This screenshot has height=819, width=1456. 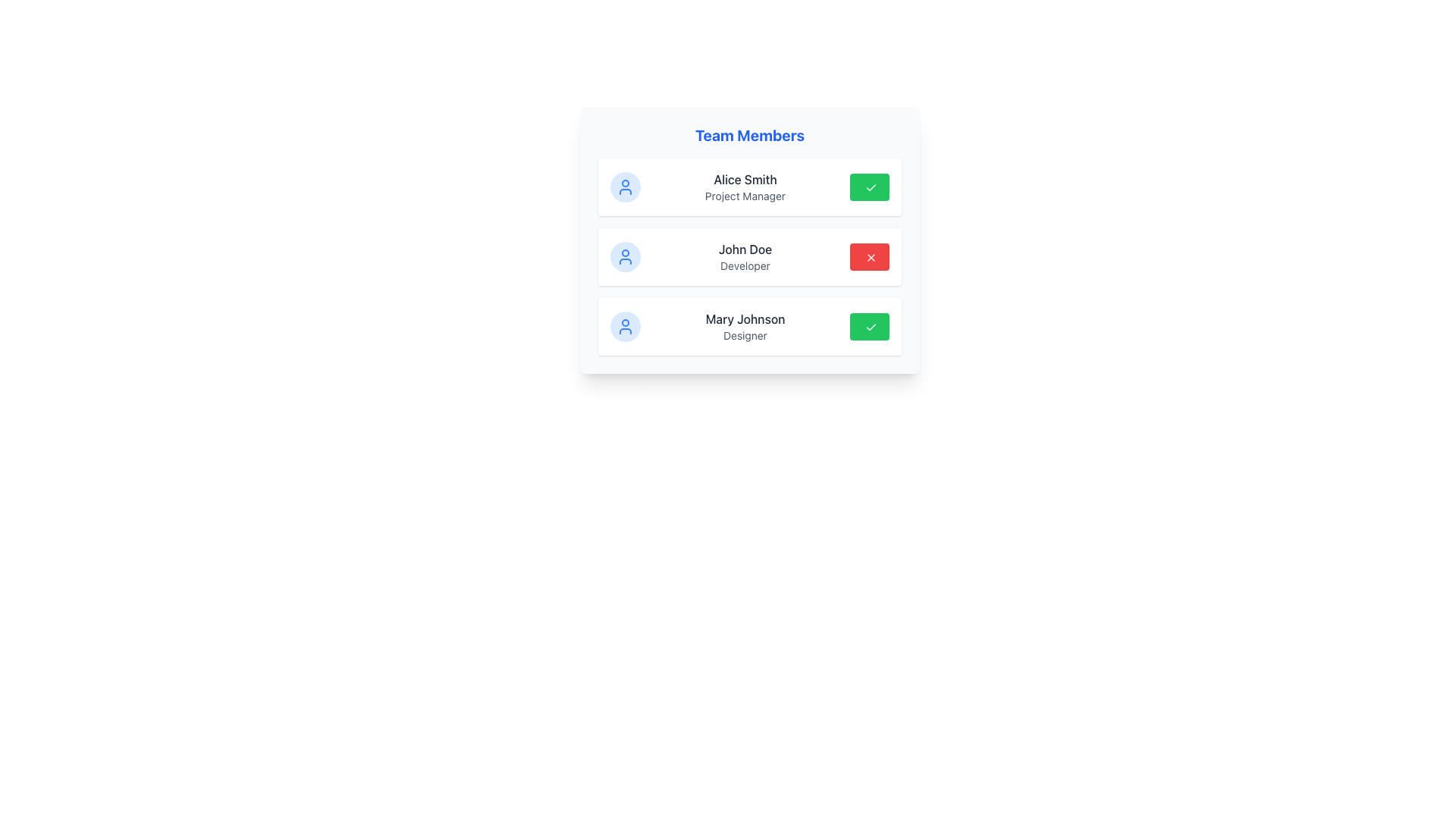 I want to click on the text label displaying 'Alice Smith', which is positioned above the 'Project Manager' label and to the right of a circular profile icon in the first card under the 'Team Members' heading, so click(x=745, y=178).